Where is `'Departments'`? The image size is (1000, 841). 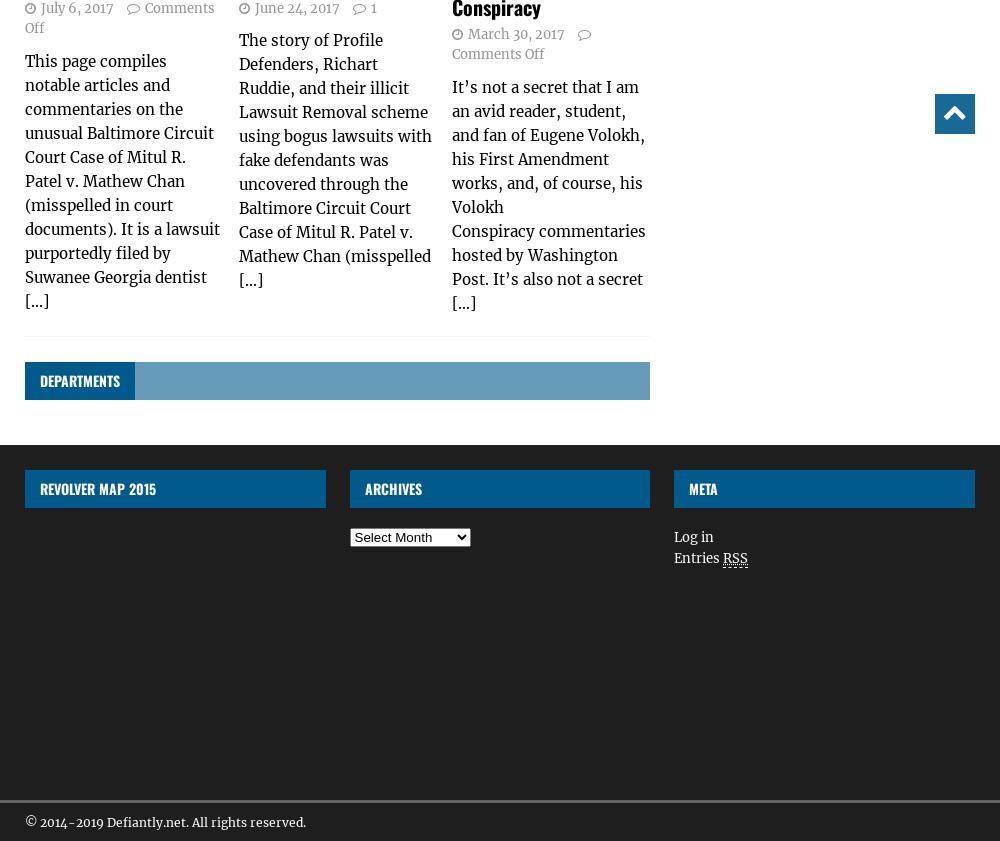 'Departments' is located at coordinates (79, 379).